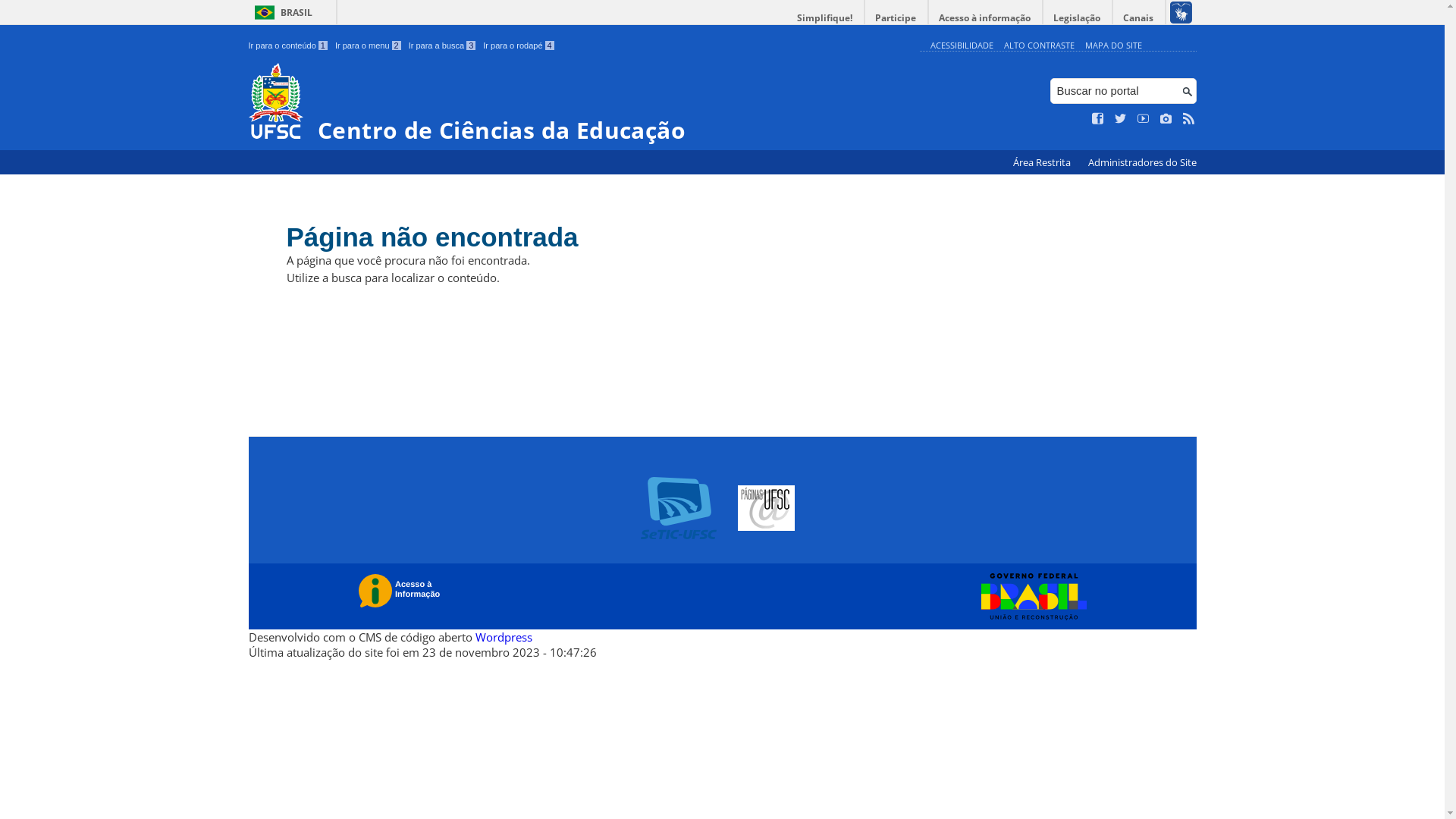 This screenshot has width=1456, height=819. Describe the element at coordinates (473, 637) in the screenshot. I see `'Wordpress'` at that location.